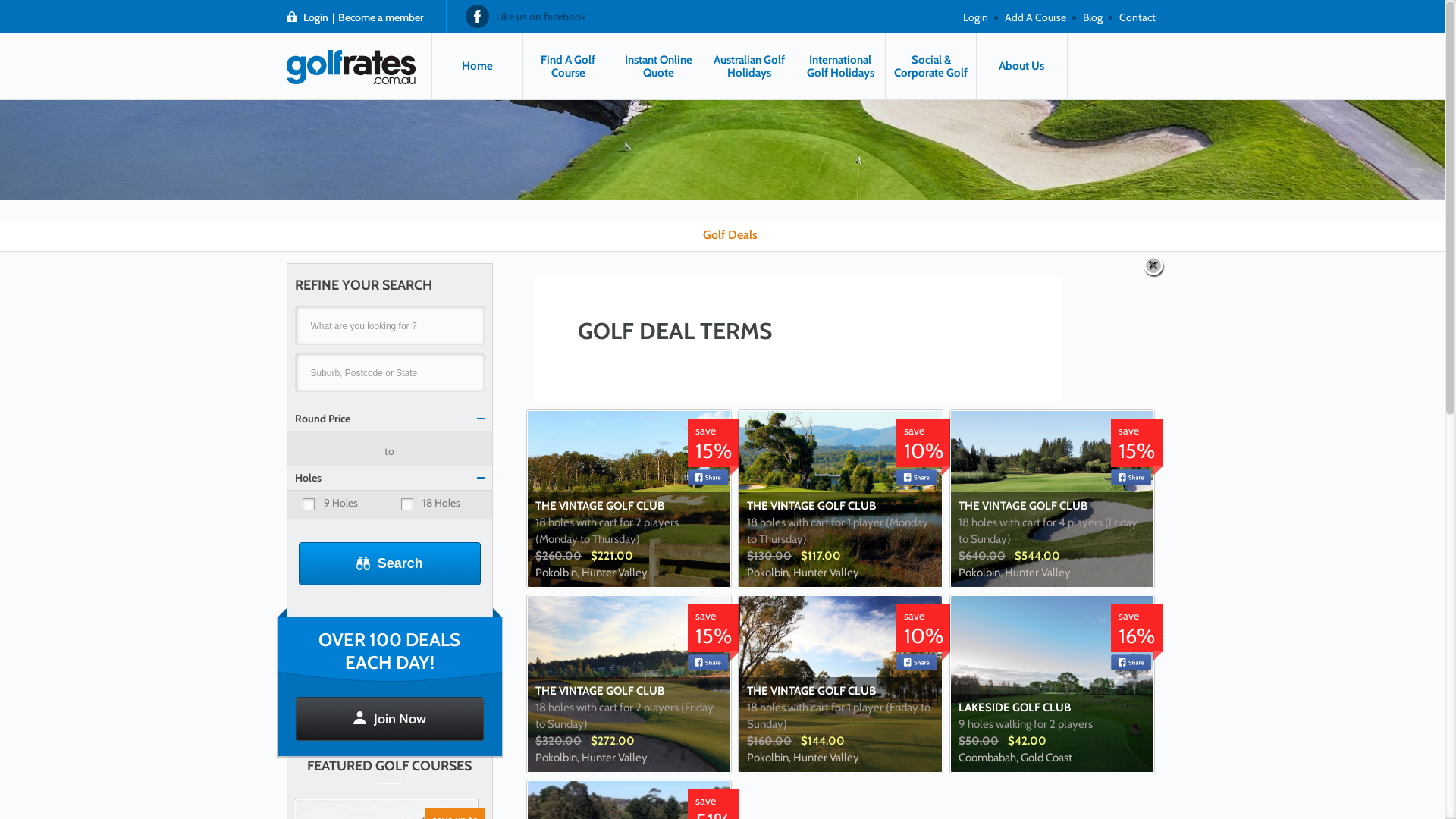 The width and height of the screenshot is (1456, 819). What do you see at coordinates (381, 16) in the screenshot?
I see `'Become a member'` at bounding box center [381, 16].